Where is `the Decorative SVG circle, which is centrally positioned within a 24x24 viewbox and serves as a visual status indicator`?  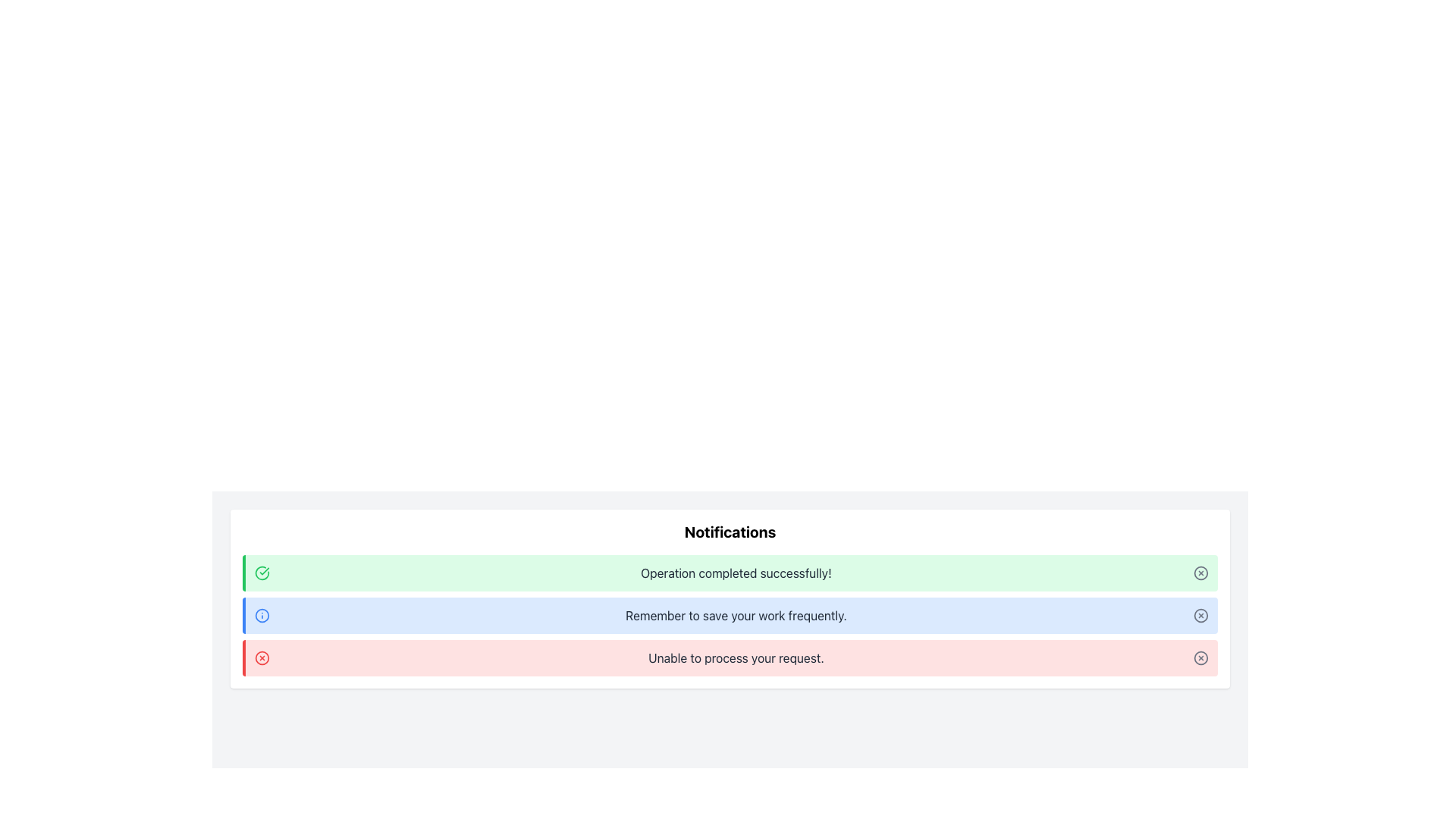 the Decorative SVG circle, which is centrally positioned within a 24x24 viewbox and serves as a visual status indicator is located at coordinates (1200, 573).